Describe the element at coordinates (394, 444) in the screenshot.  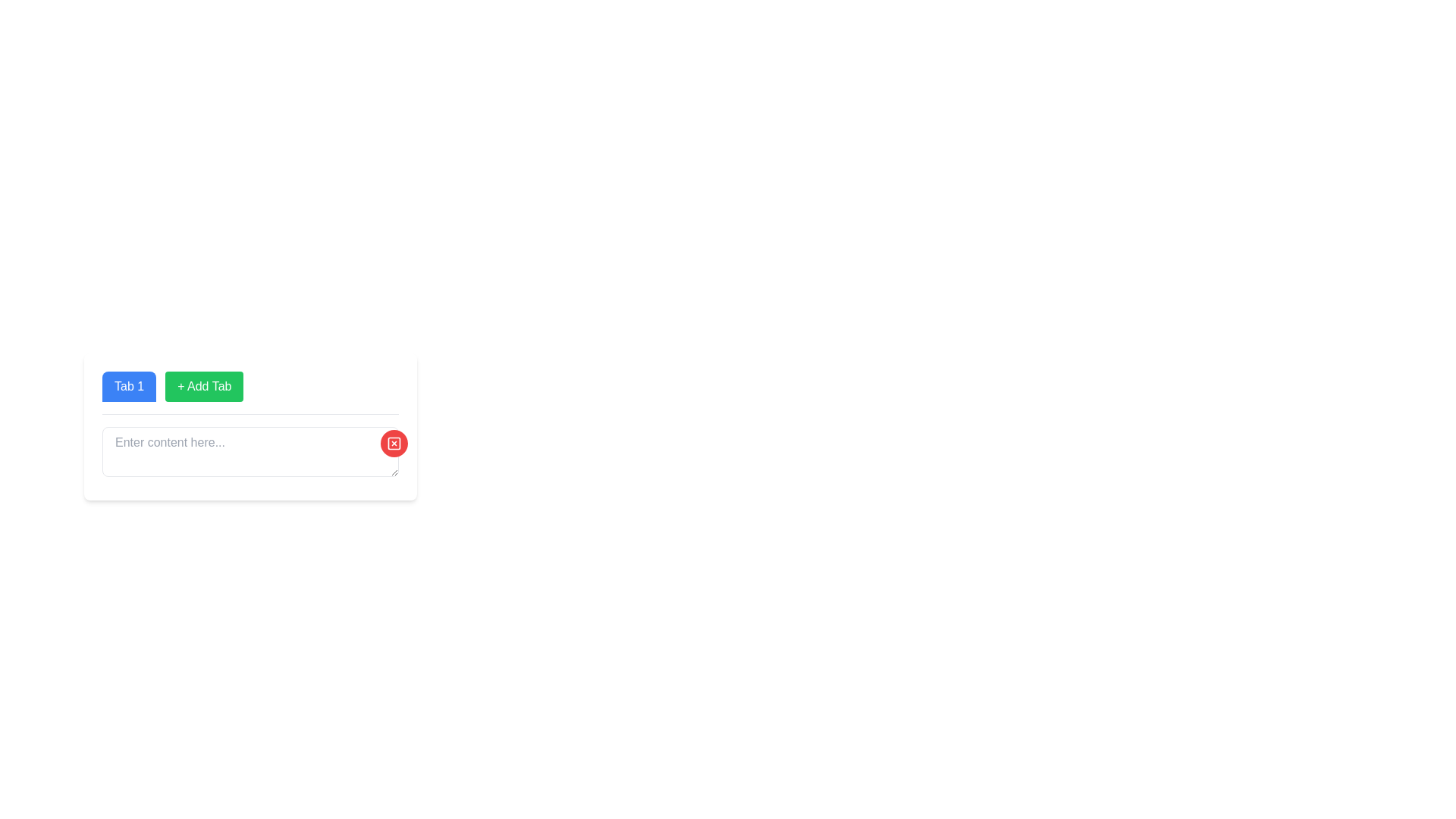
I see `the icon in the bottom-right corner of the 'Remove Tab' button` at that location.